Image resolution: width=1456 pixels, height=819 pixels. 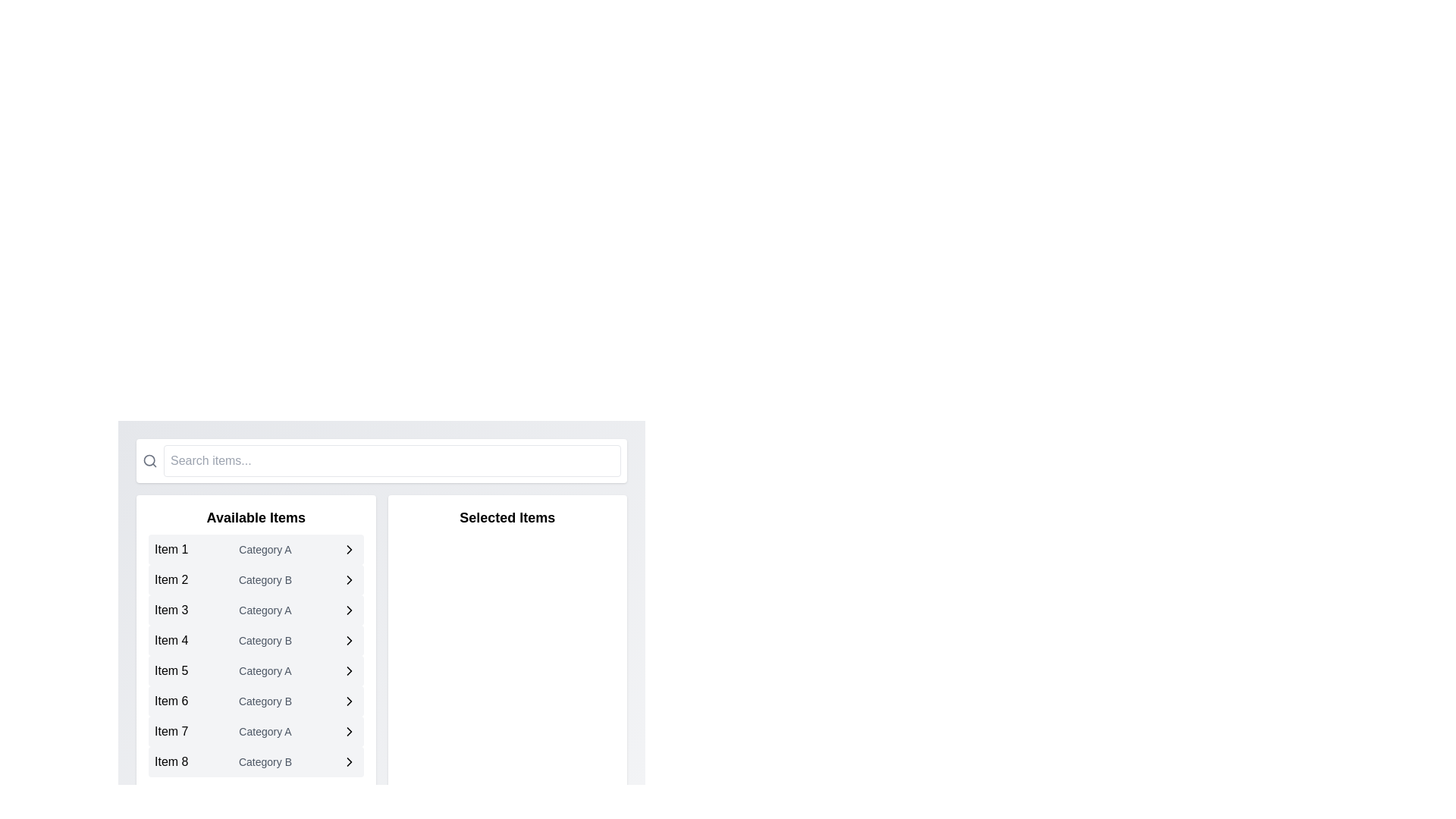 What do you see at coordinates (349, 670) in the screenshot?
I see `the icon button located at the far right of the row labeled 'Item 5 Category A' in the 'Available Items' section to trigger the hover effect` at bounding box center [349, 670].